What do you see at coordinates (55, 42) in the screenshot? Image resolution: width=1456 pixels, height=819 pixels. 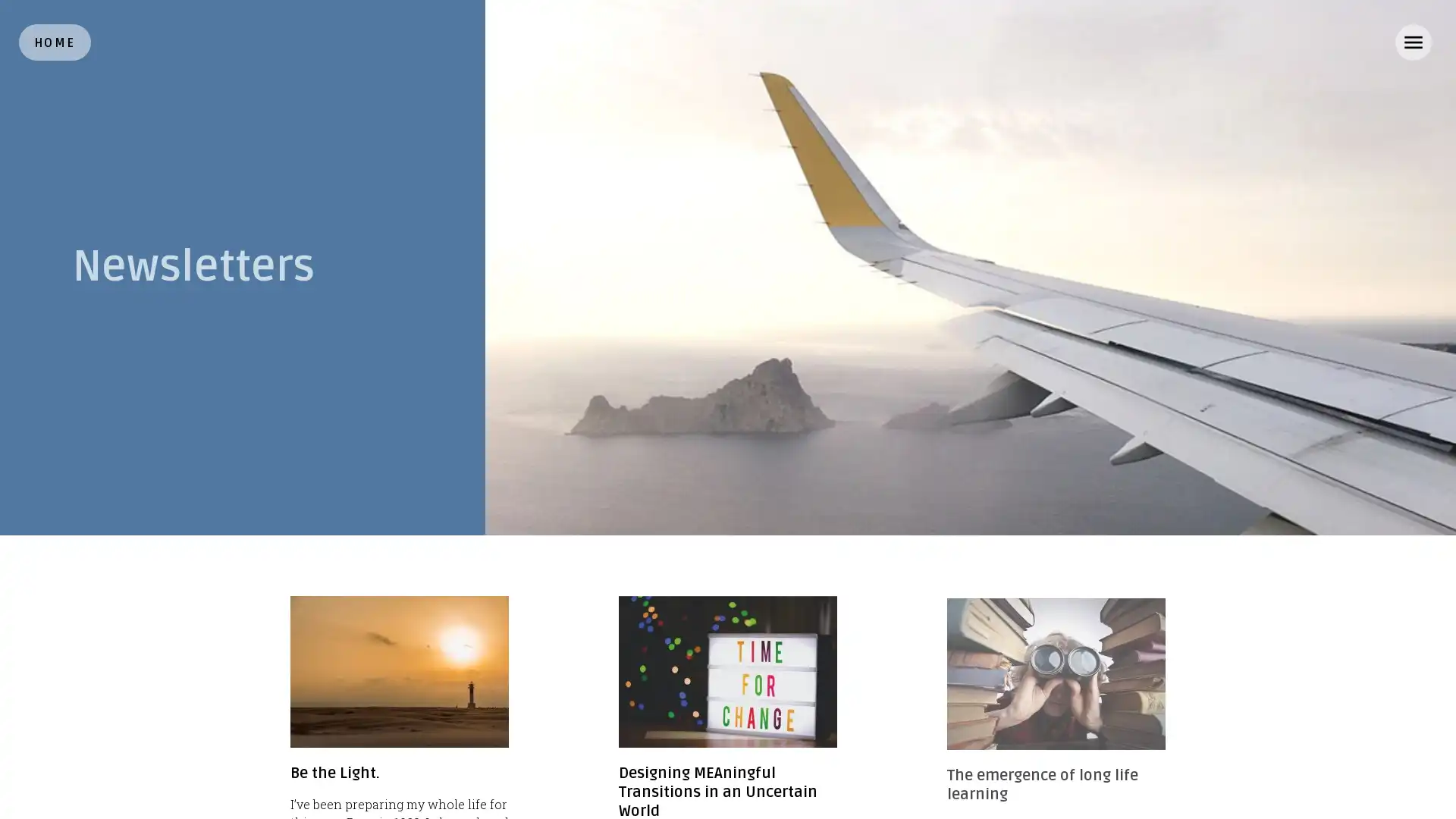 I see `HOME` at bounding box center [55, 42].